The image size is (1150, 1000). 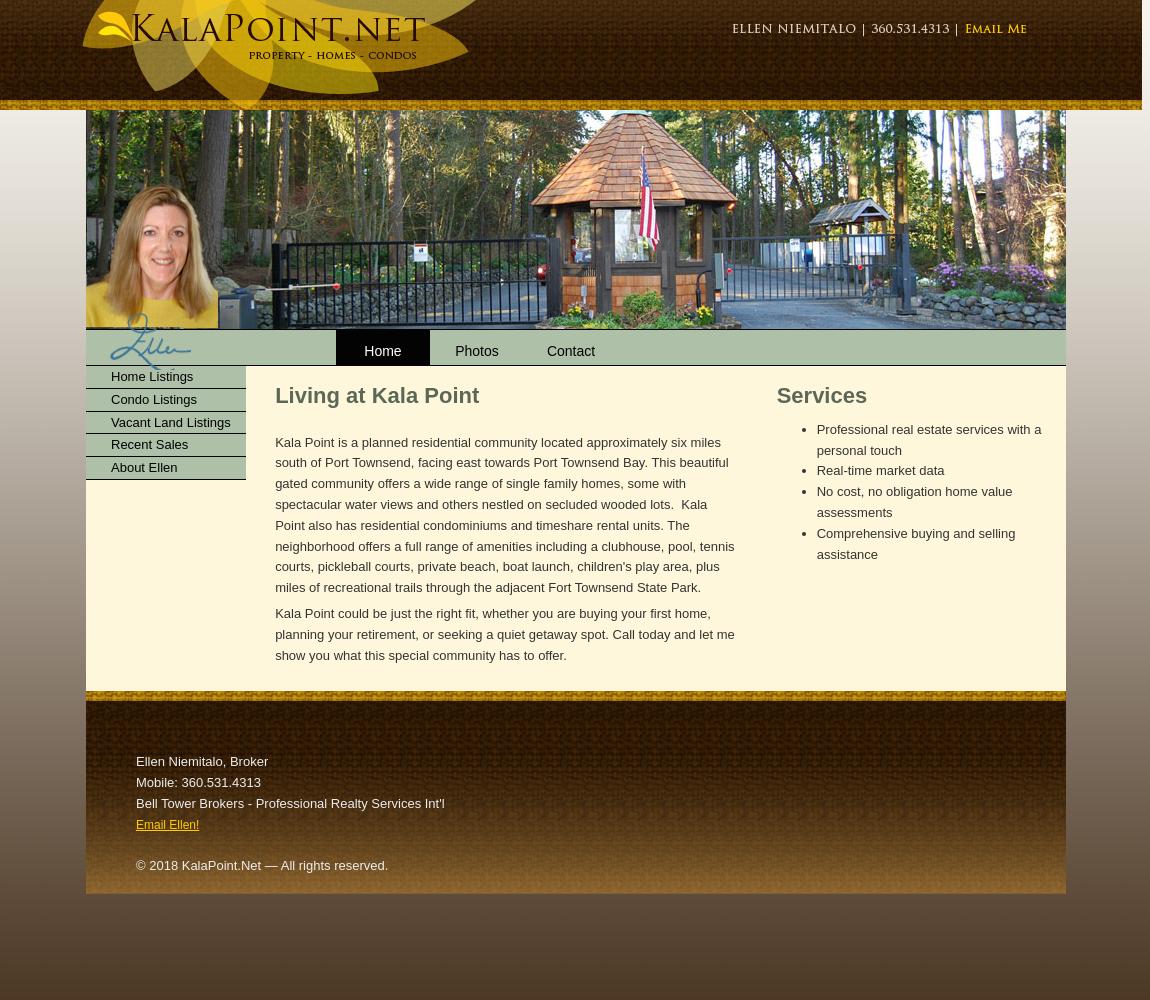 I want to click on 'Real-time market data', so click(x=815, y=469).